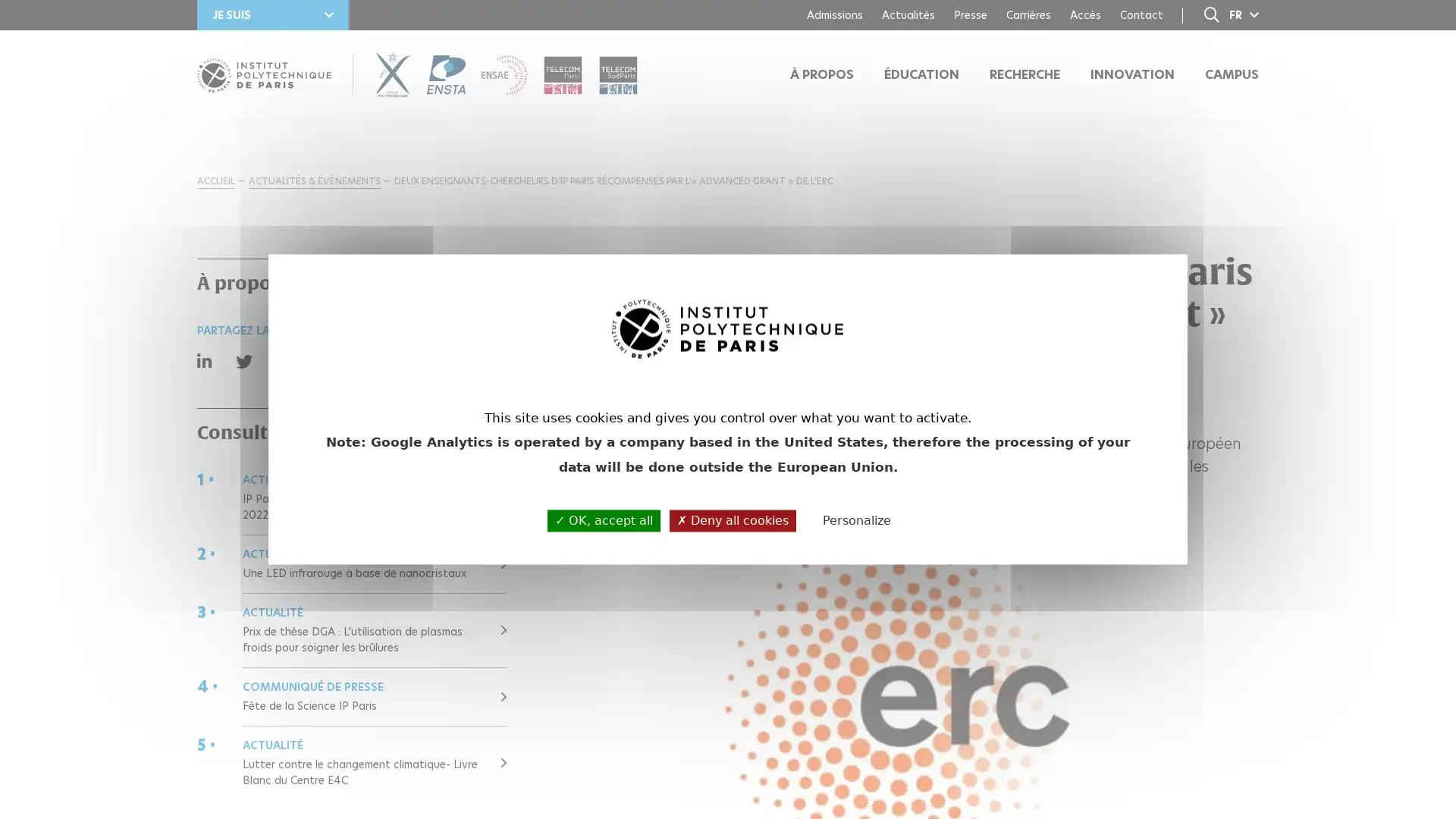 The width and height of the screenshot is (1456, 819). What do you see at coordinates (856, 520) in the screenshot?
I see `Personalize` at bounding box center [856, 520].